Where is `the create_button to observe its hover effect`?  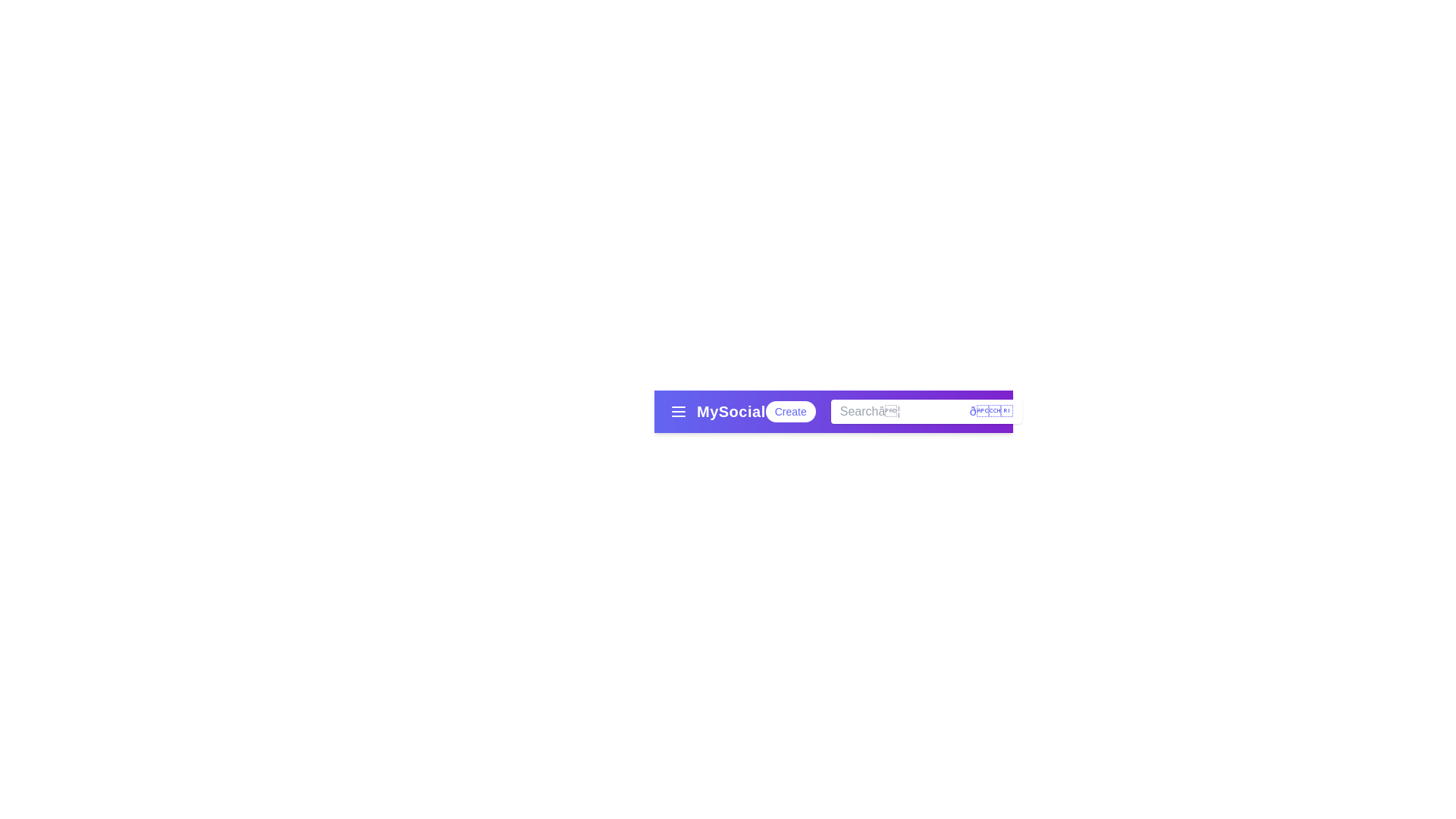 the create_button to observe its hover effect is located at coordinates (789, 412).